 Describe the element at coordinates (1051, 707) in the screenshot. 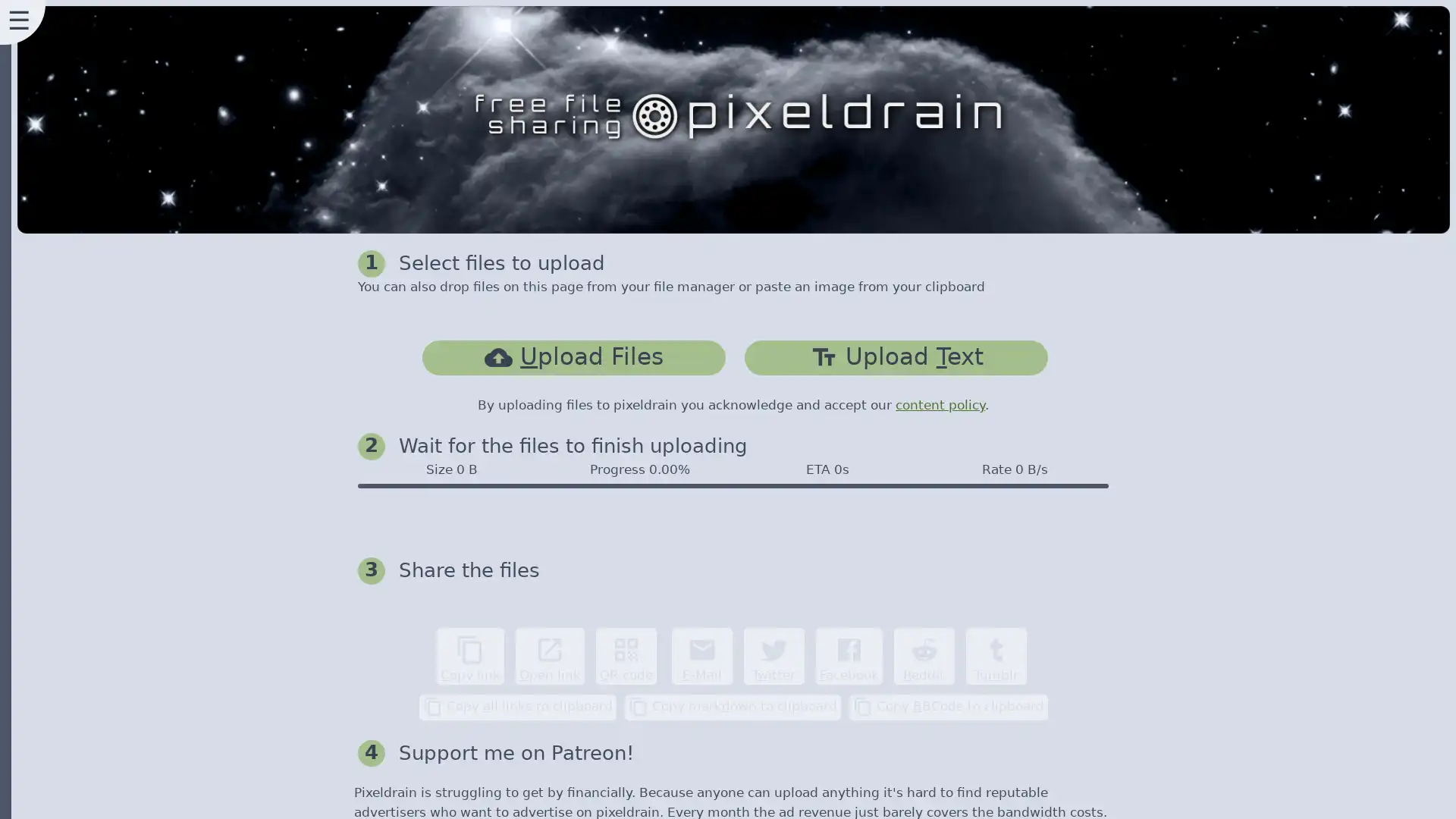

I see `content_copy Copy BBCode to clipboard` at that location.